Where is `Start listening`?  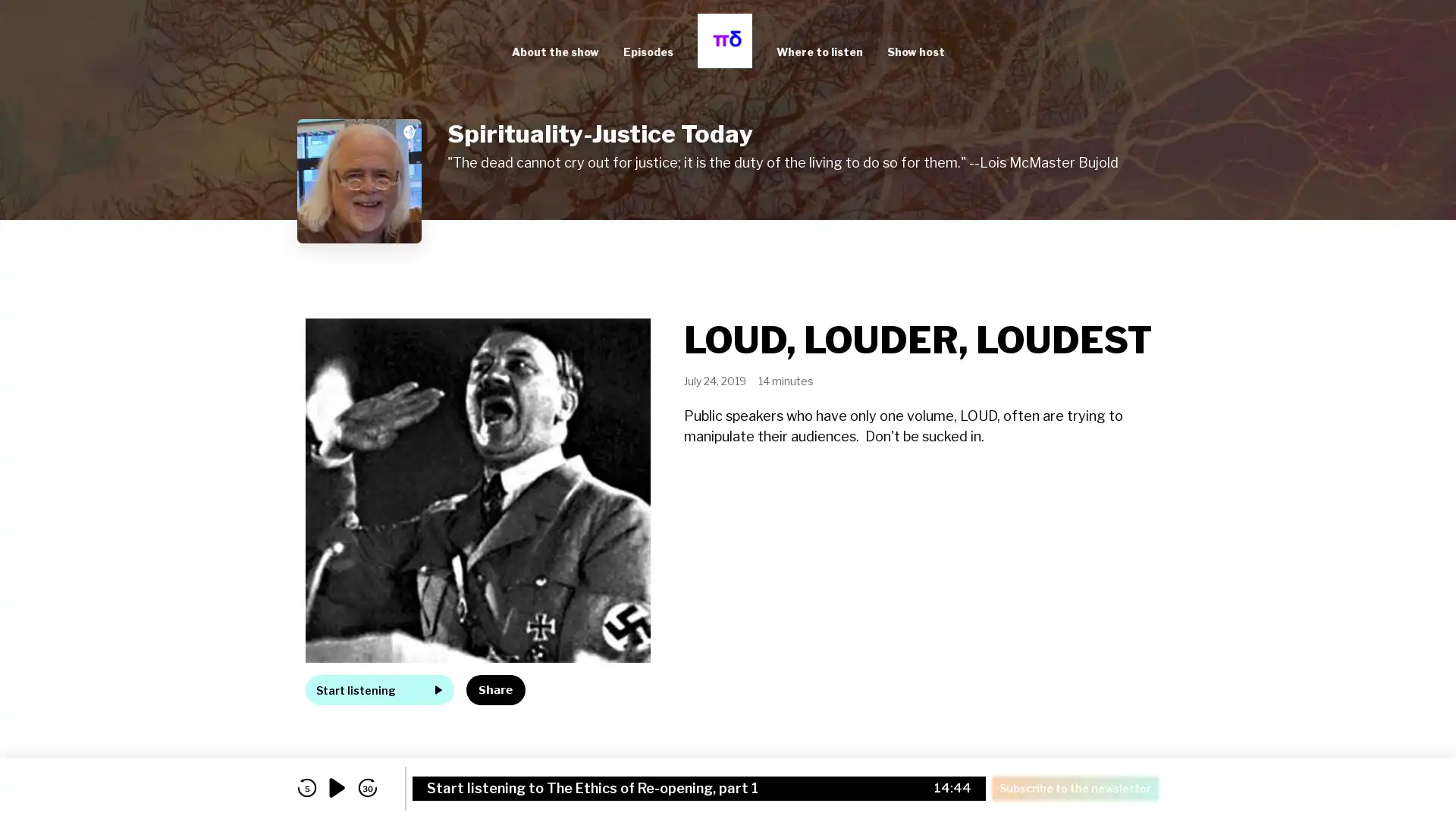
Start listening is located at coordinates (379, 690).